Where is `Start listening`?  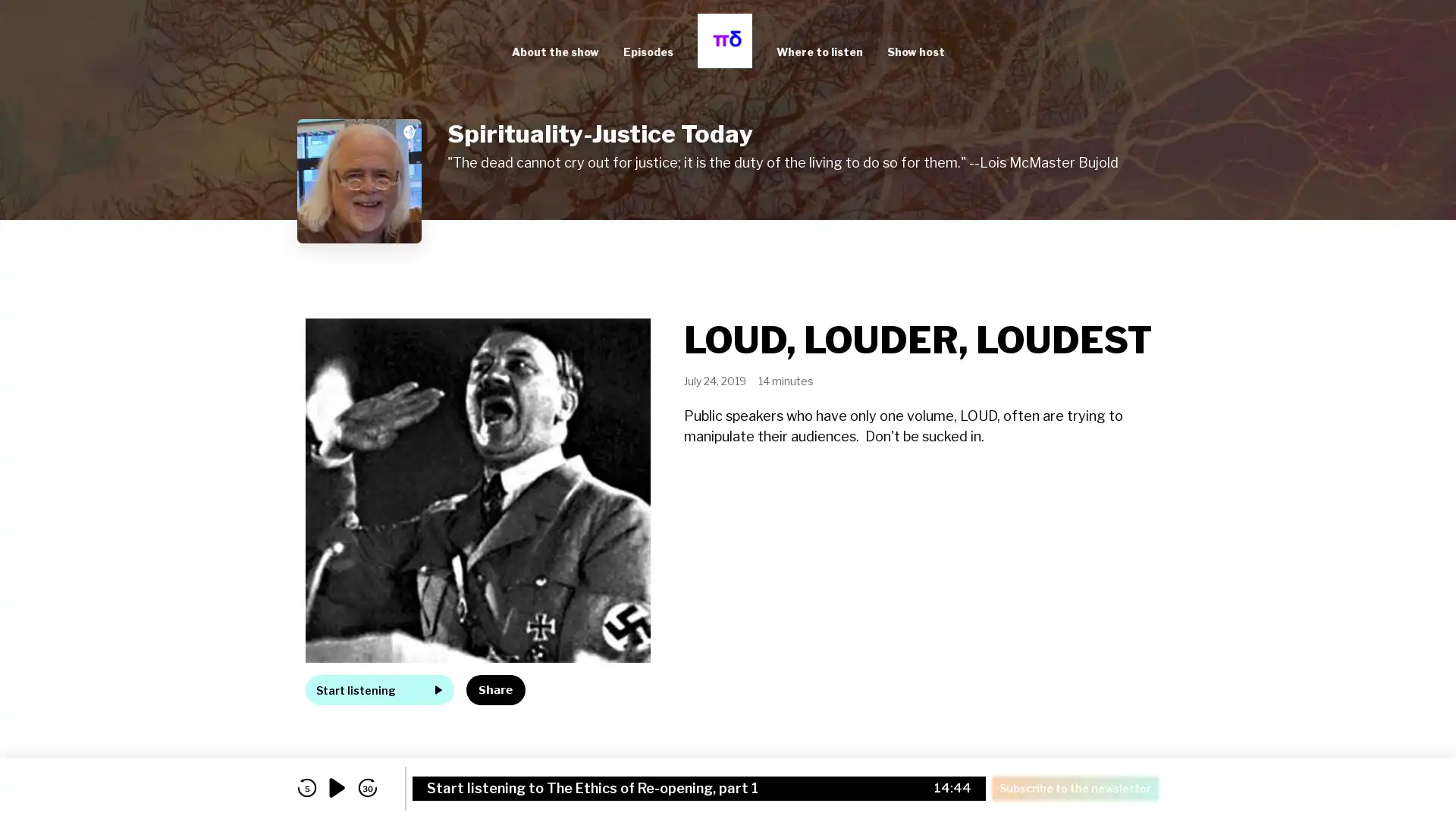
Start listening is located at coordinates (379, 690).